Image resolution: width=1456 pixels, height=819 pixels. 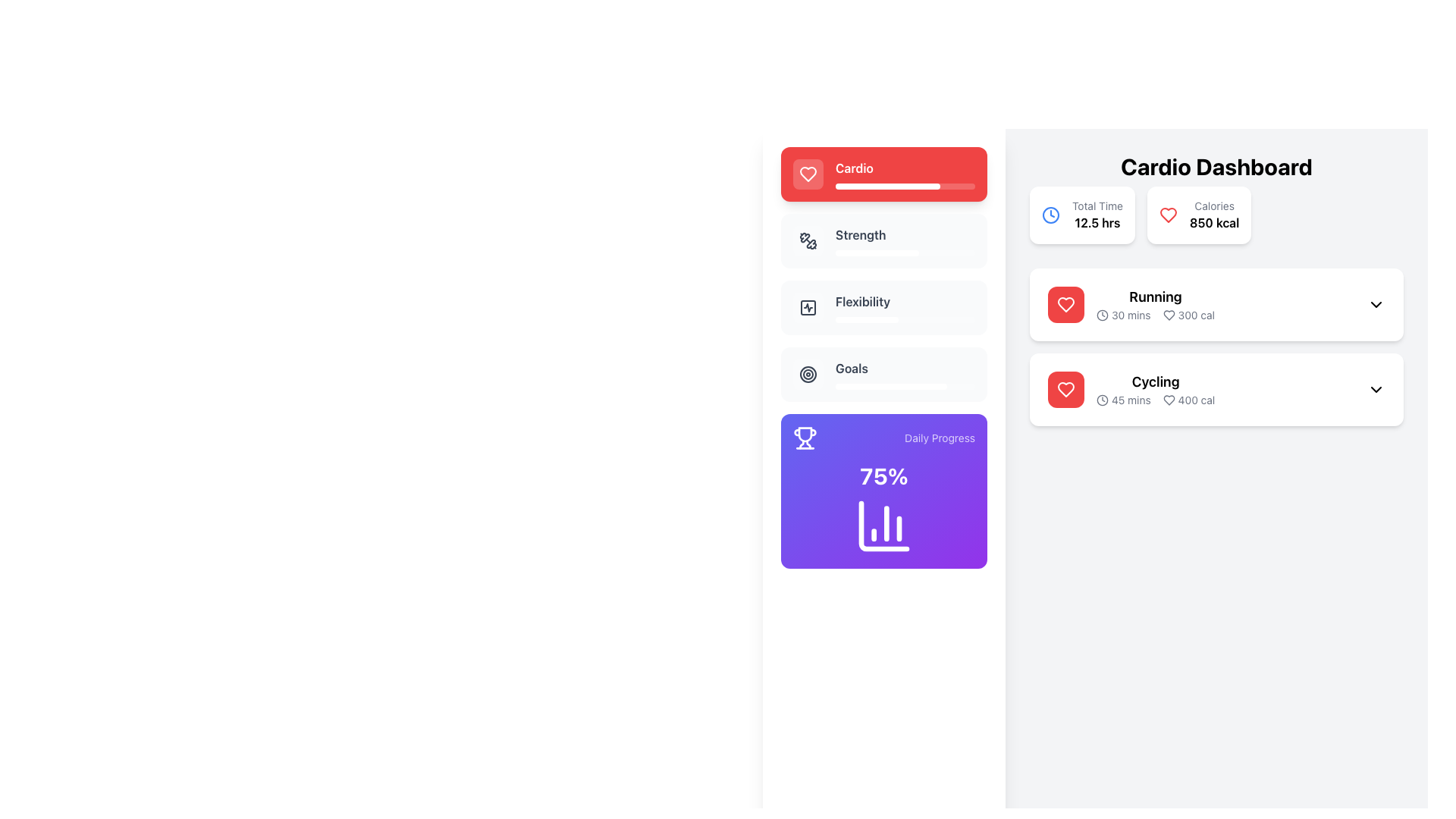 I want to click on the Text with icon element displaying '300 cal' next to the heart icon in the Cardio Dashboard section under Running activity details, so click(x=1188, y=315).